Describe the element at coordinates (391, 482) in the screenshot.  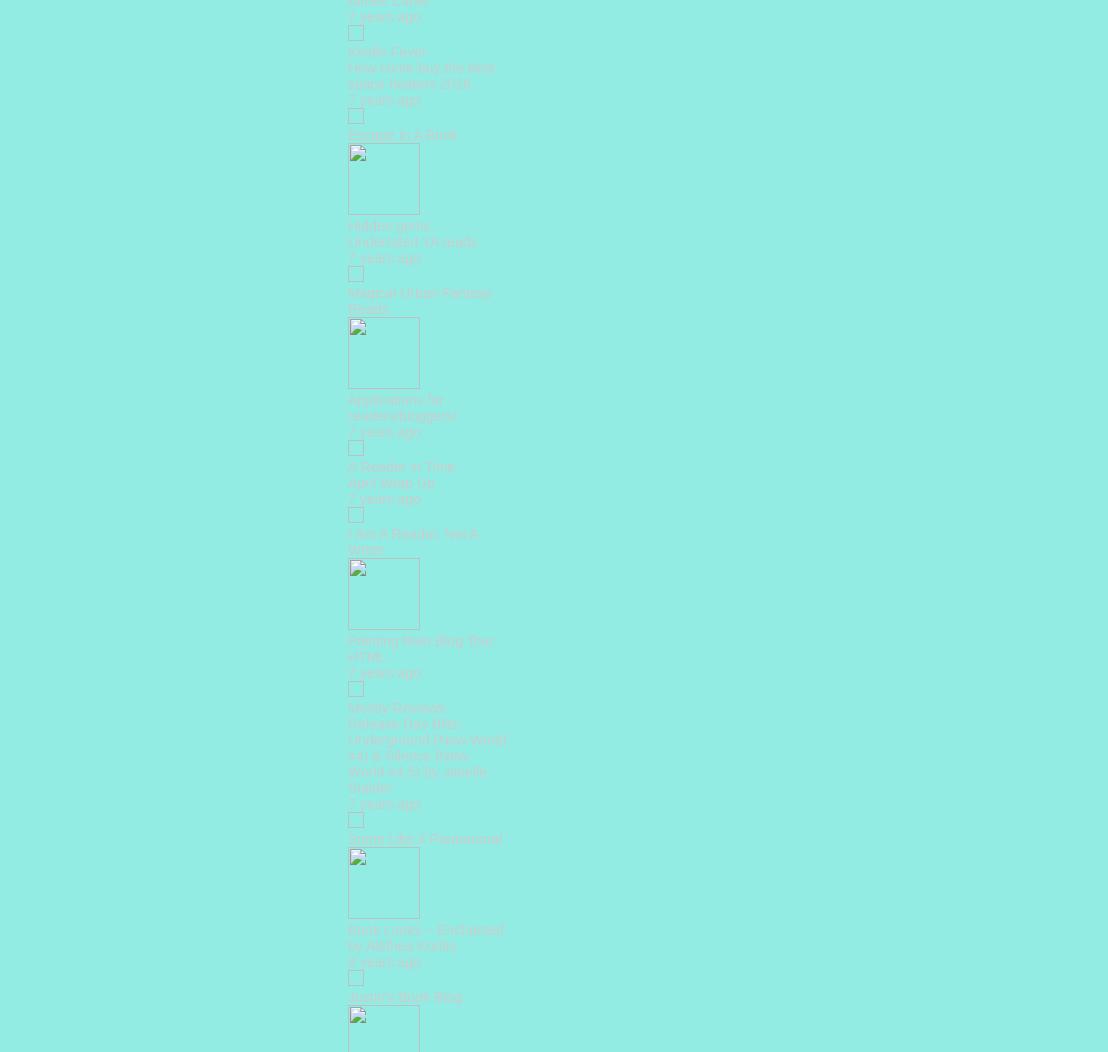
I see `'April Wrap Up'` at that location.